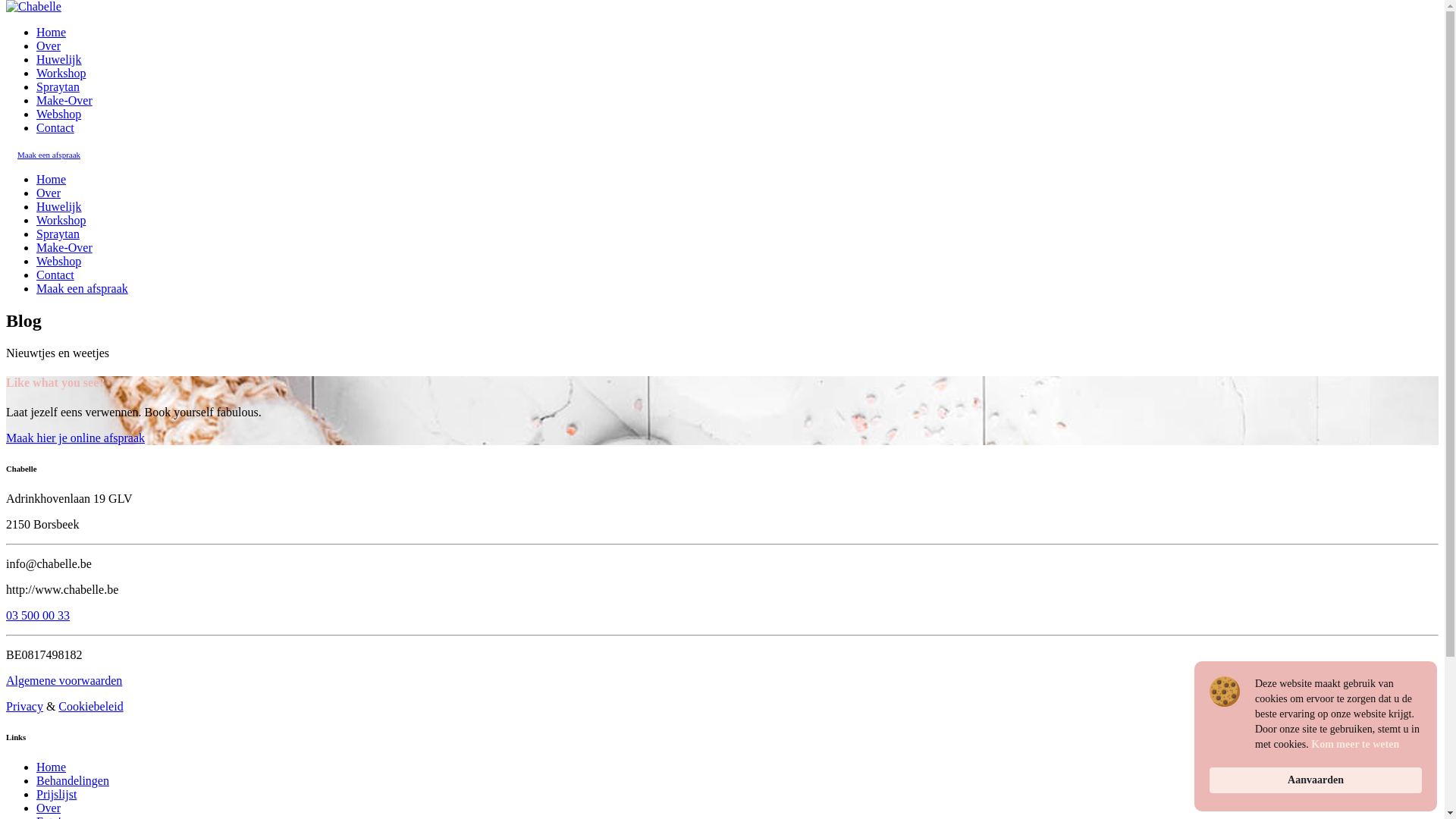  I want to click on 'Webshop', so click(58, 260).